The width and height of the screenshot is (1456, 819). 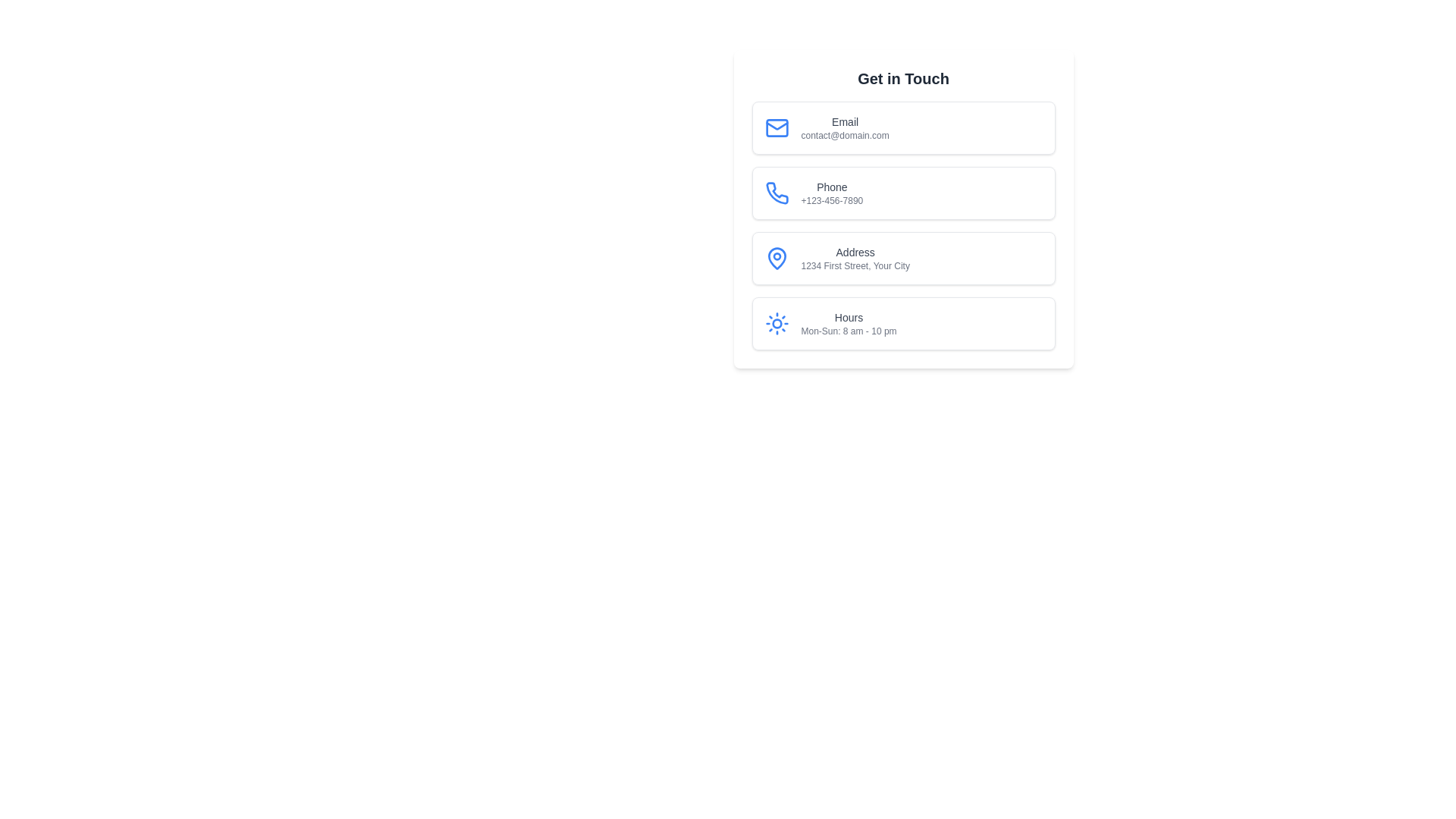 What do you see at coordinates (831, 192) in the screenshot?
I see `the Text display component that shows the phone information, which features 'Phone' in a larger font and the number '+123-456-7890' below it, positioned between the 'Email' and 'Address' sections` at bounding box center [831, 192].